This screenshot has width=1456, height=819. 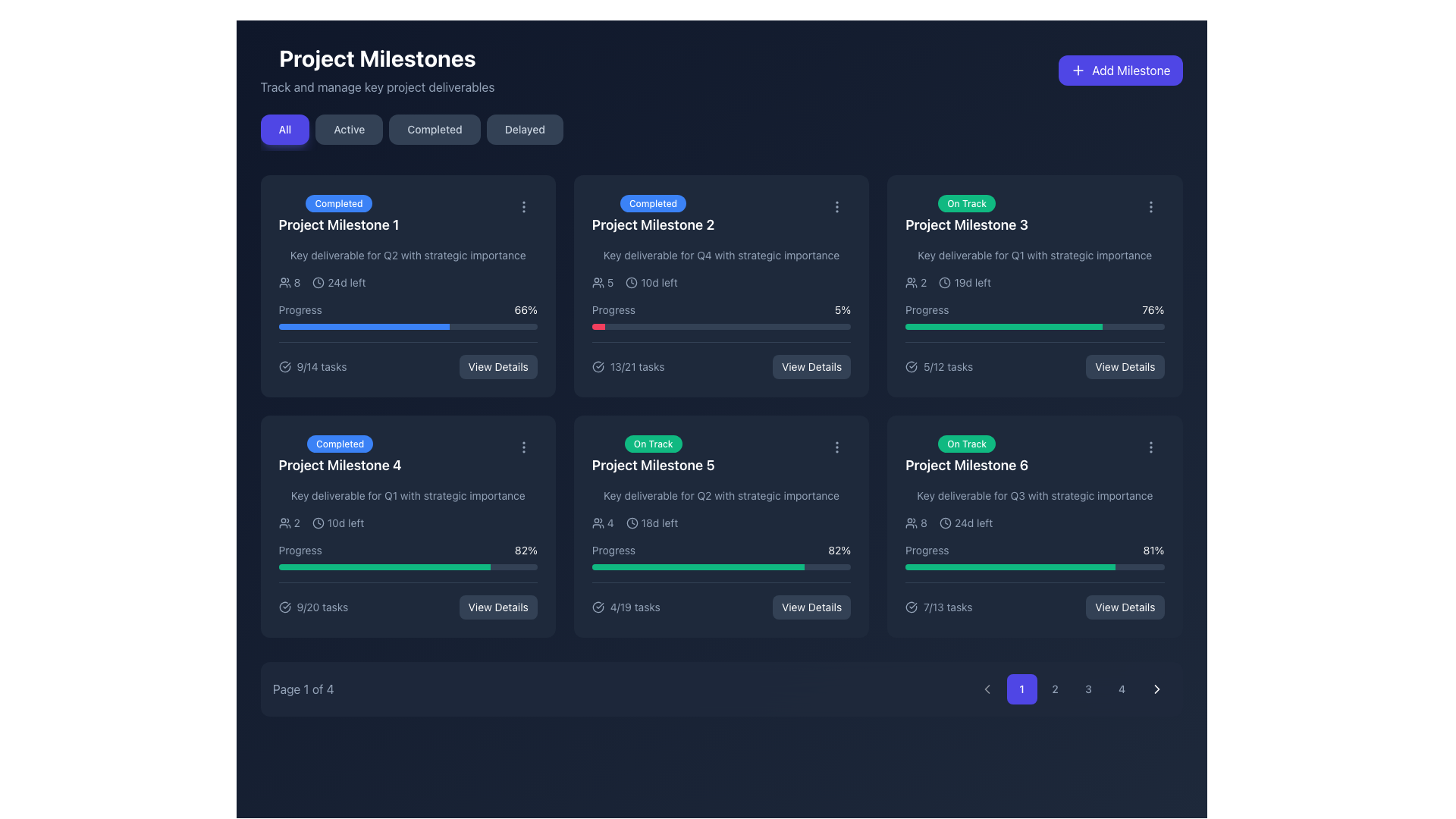 What do you see at coordinates (911, 366) in the screenshot?
I see `the status of the small circular icon with a check mark inside a circle, located in the top-right card titled 'Project Milestone 3', positioned to the left of the '5/12 tasks' text` at bounding box center [911, 366].